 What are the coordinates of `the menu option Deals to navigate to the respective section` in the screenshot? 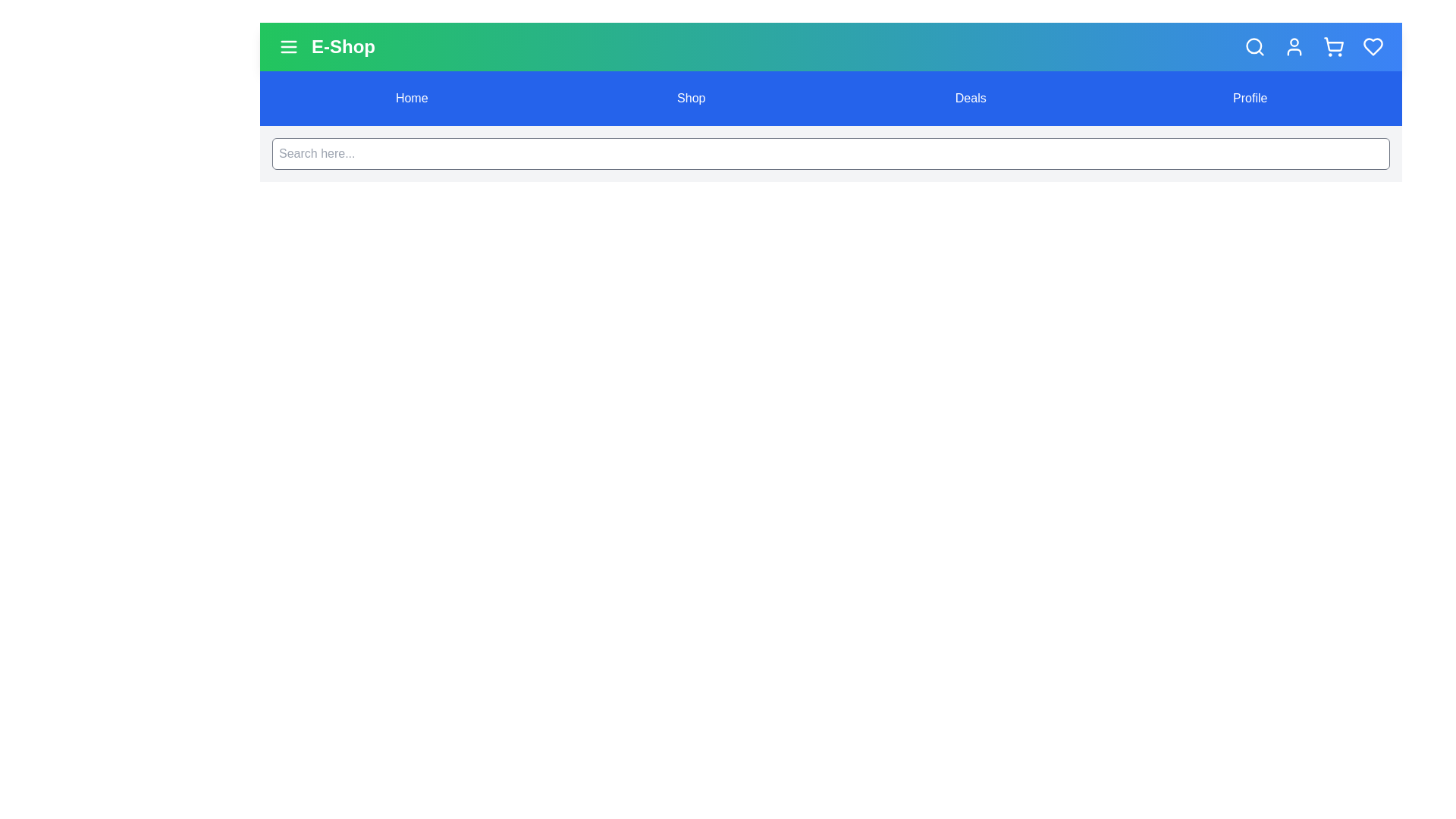 It's located at (971, 99).